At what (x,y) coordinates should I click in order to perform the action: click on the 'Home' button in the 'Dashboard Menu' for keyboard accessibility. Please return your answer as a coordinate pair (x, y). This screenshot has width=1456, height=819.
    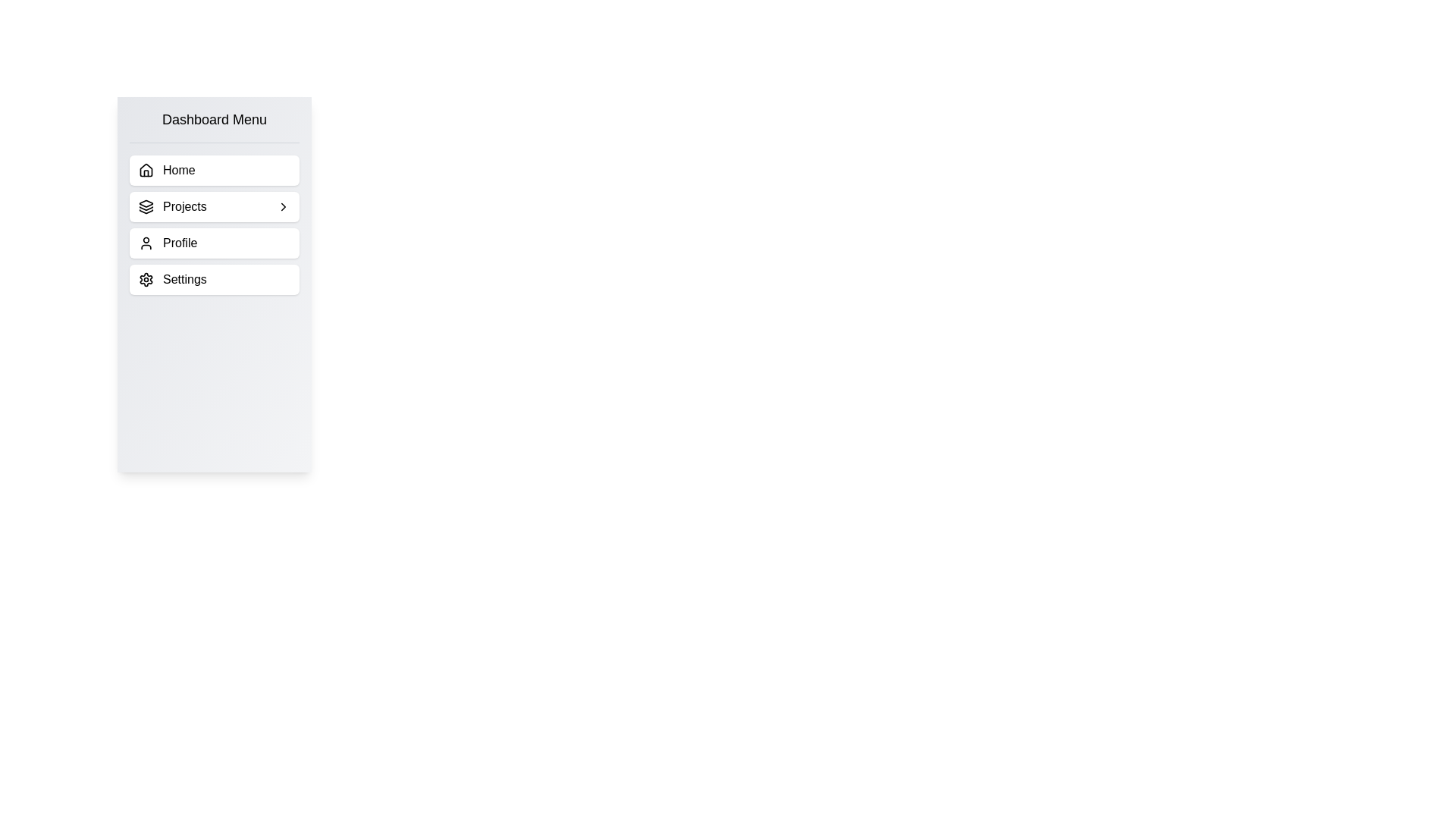
    Looking at the image, I should click on (214, 170).